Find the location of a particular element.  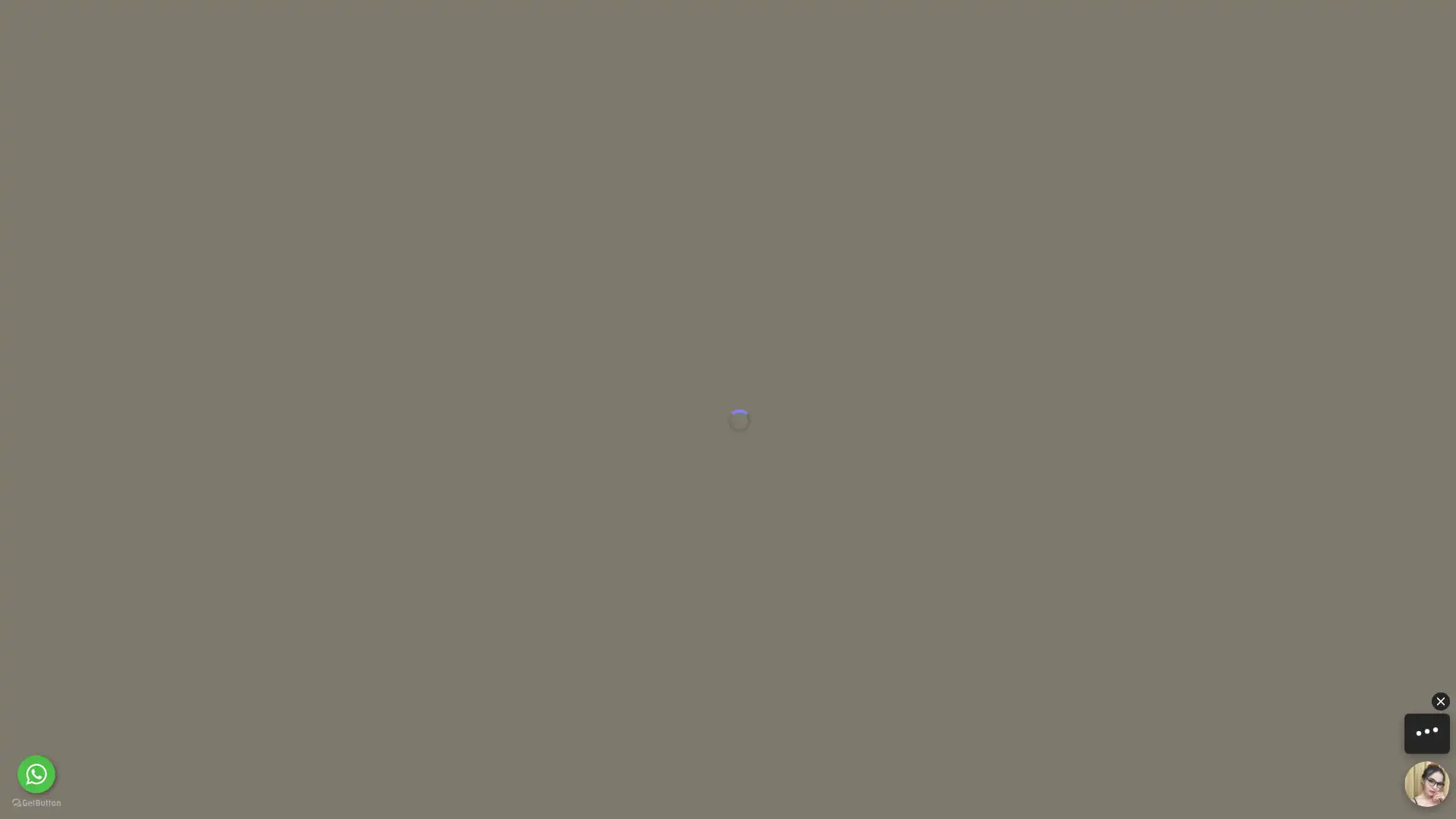

UNDUH is located at coordinates (687, 800).